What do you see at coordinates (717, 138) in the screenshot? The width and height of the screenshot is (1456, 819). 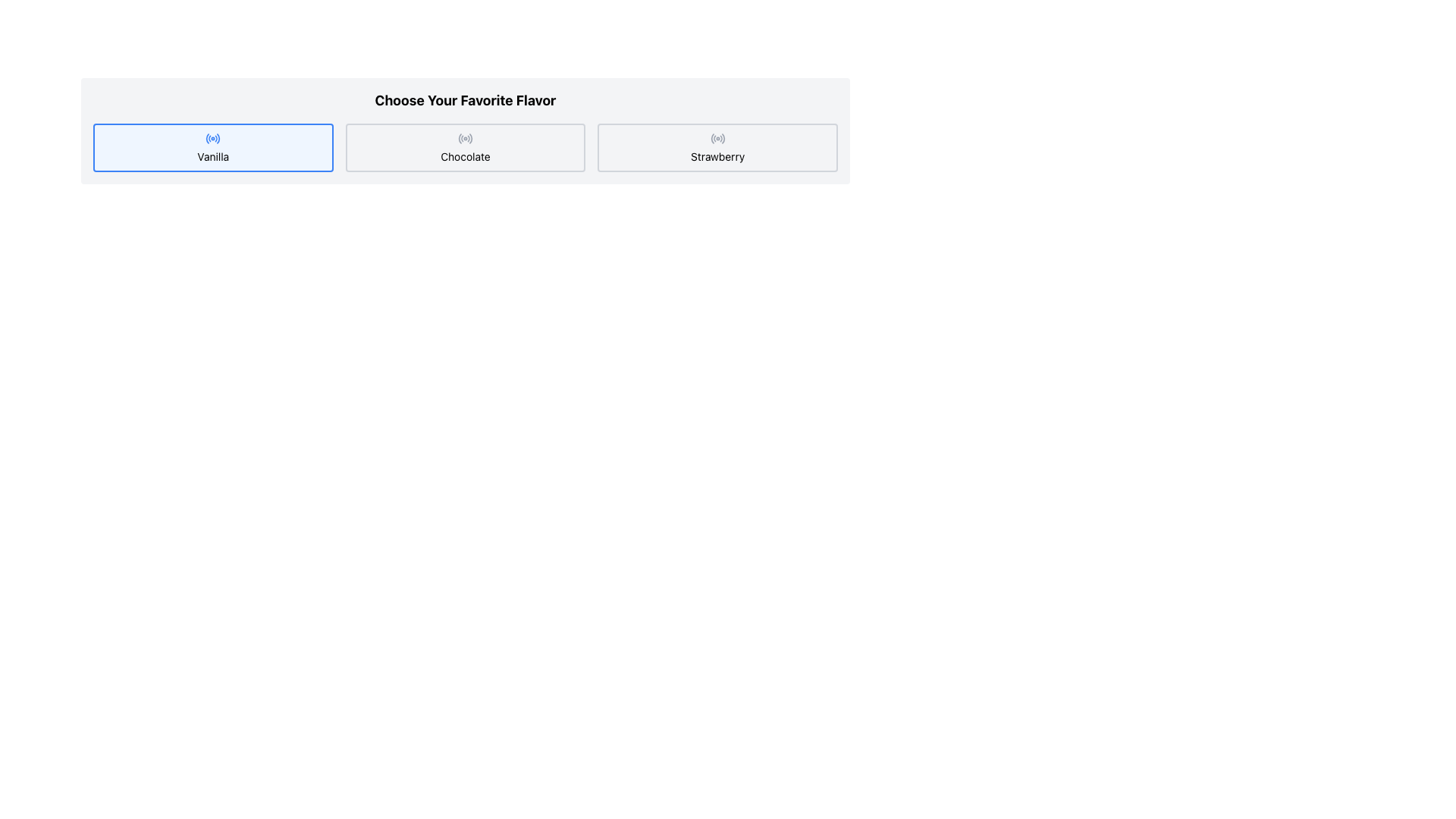 I see `the small gray radio button icon located within the 'Strawberry' button, which is styled with concentric circular outlines and a central filled circle` at bounding box center [717, 138].